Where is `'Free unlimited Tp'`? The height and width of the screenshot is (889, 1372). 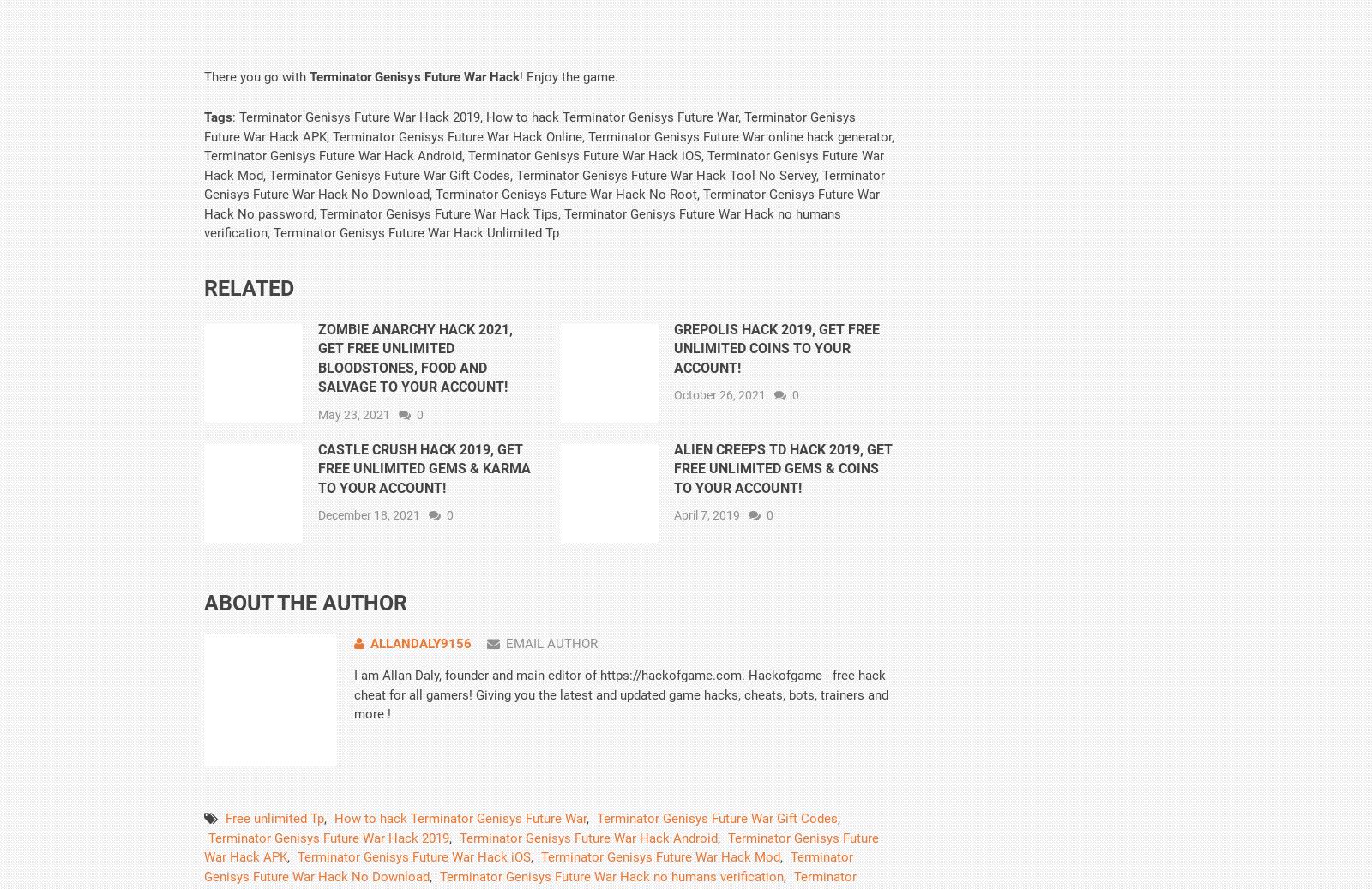
'Free unlimited Tp' is located at coordinates (274, 818).